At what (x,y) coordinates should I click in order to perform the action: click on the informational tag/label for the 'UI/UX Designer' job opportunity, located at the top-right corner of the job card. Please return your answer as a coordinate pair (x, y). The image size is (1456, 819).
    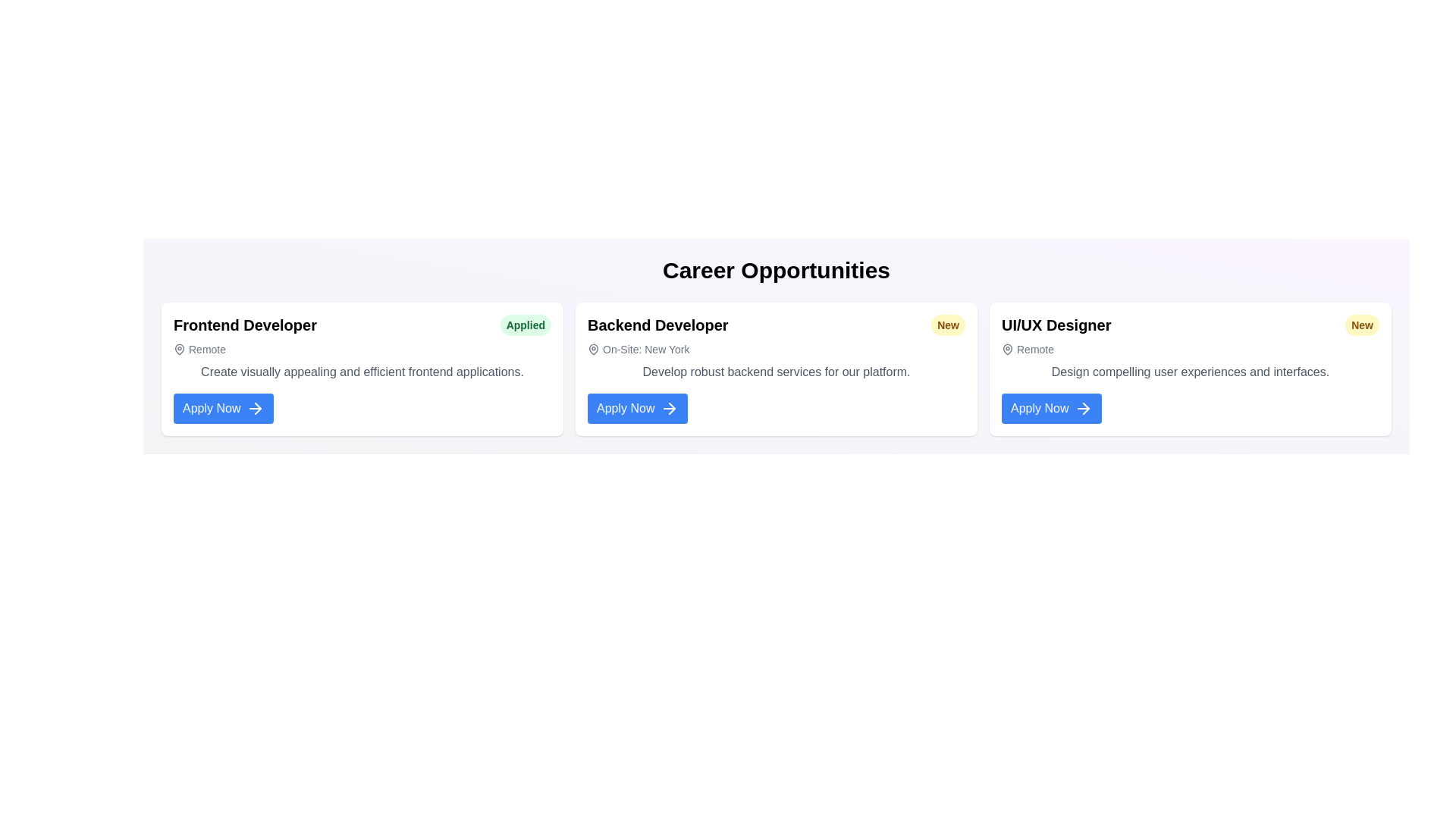
    Looking at the image, I should click on (1362, 324).